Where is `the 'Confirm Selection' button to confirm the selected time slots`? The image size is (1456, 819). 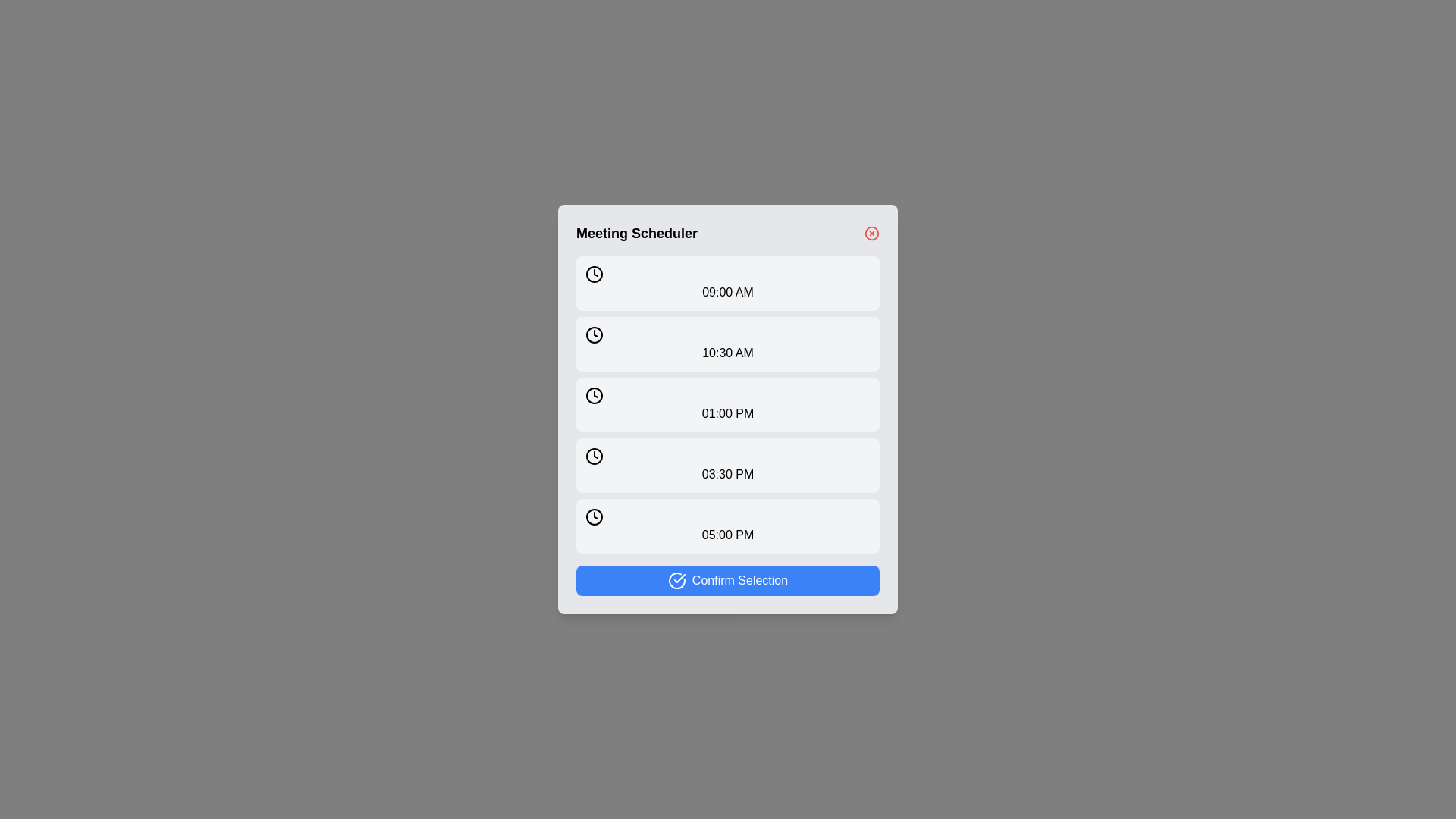 the 'Confirm Selection' button to confirm the selected time slots is located at coordinates (728, 580).